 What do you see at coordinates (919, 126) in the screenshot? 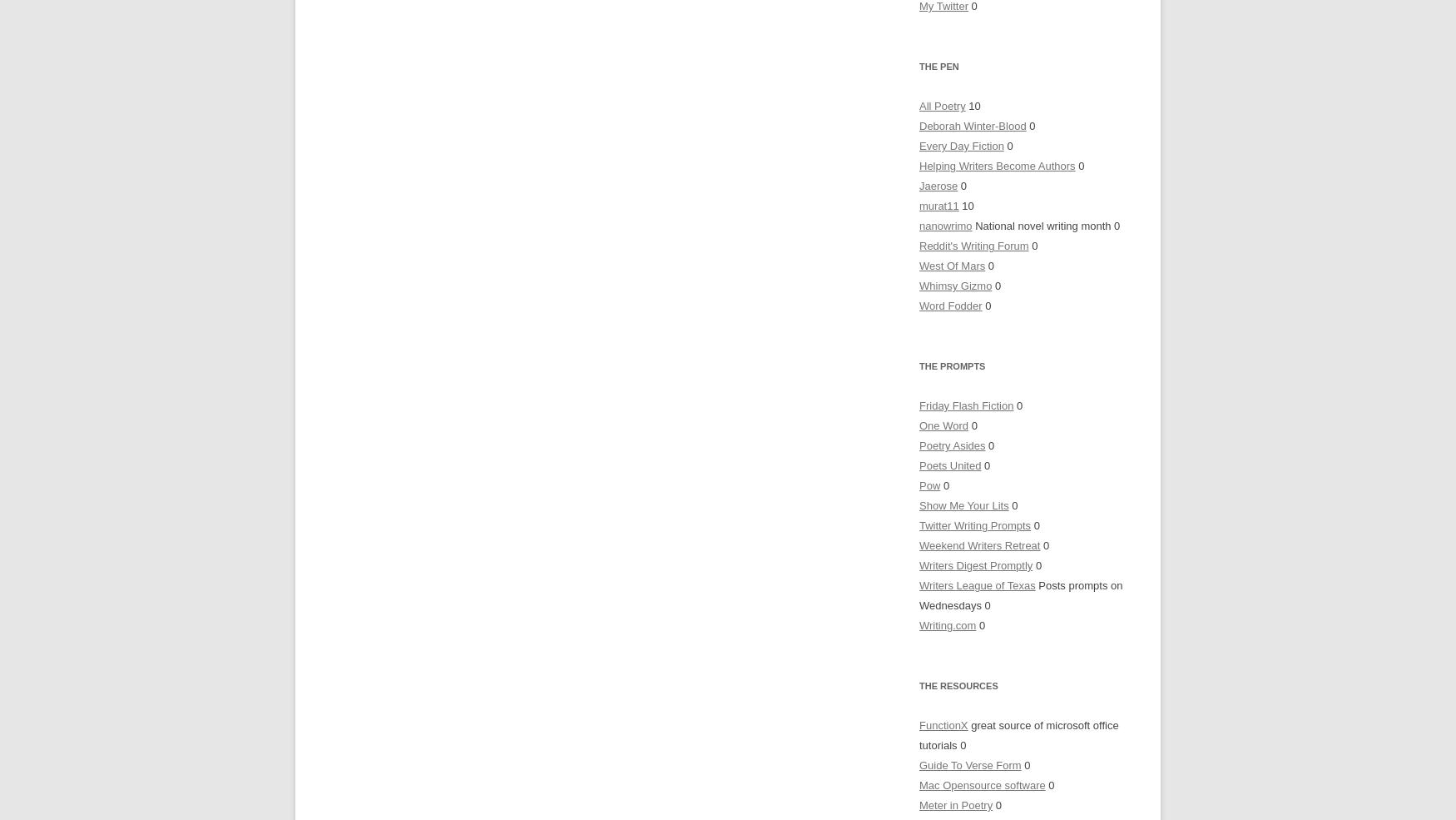
I see `'Deborah Winter-Blood'` at bounding box center [919, 126].